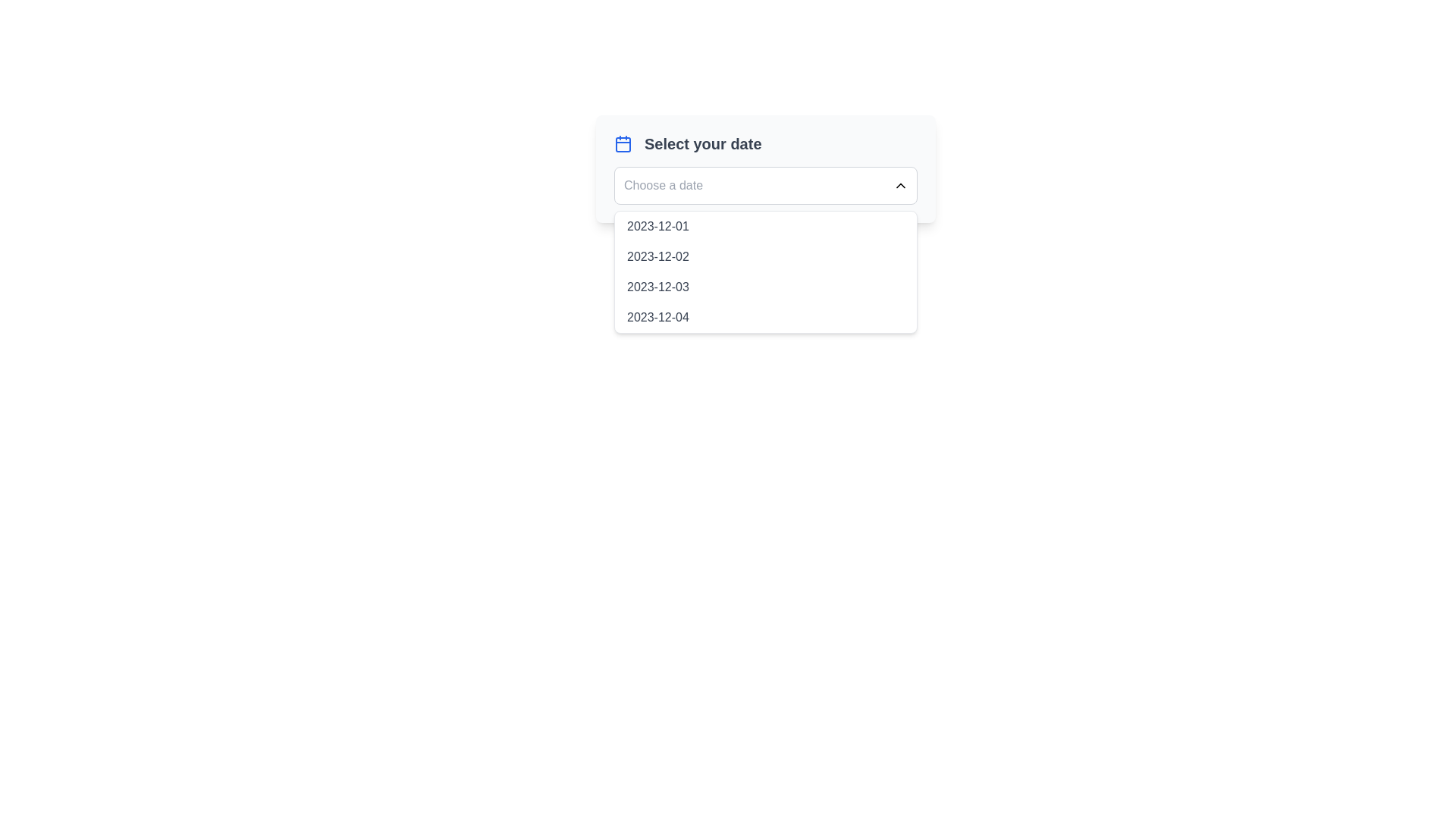 Image resolution: width=1456 pixels, height=819 pixels. I want to click on the dropdown menu styled with a white background and grey border, which contains selectable date options, so click(765, 271).